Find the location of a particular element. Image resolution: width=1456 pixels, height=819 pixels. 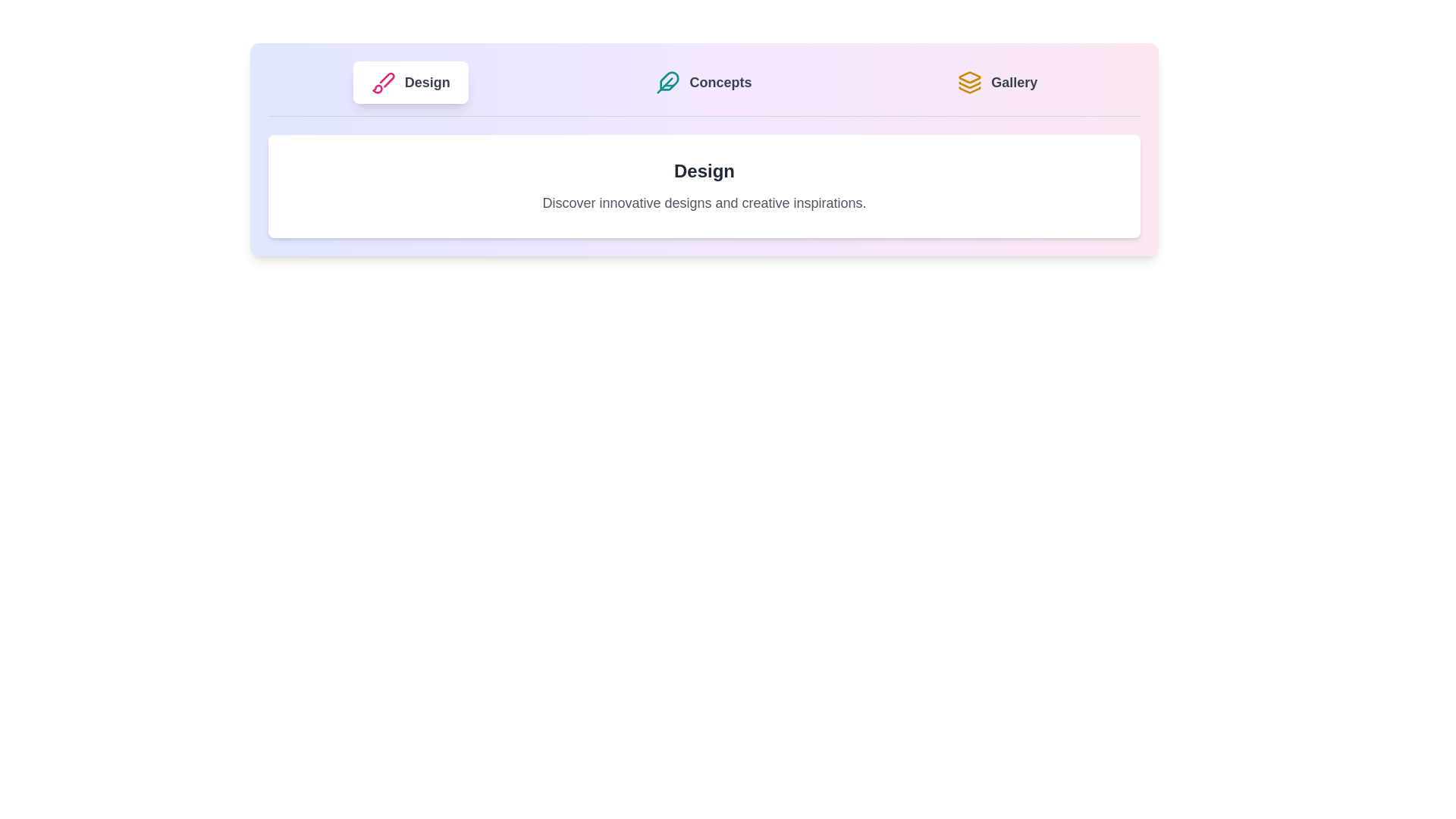

the tab labeled 'Design' to observe the hover effect is located at coordinates (410, 82).